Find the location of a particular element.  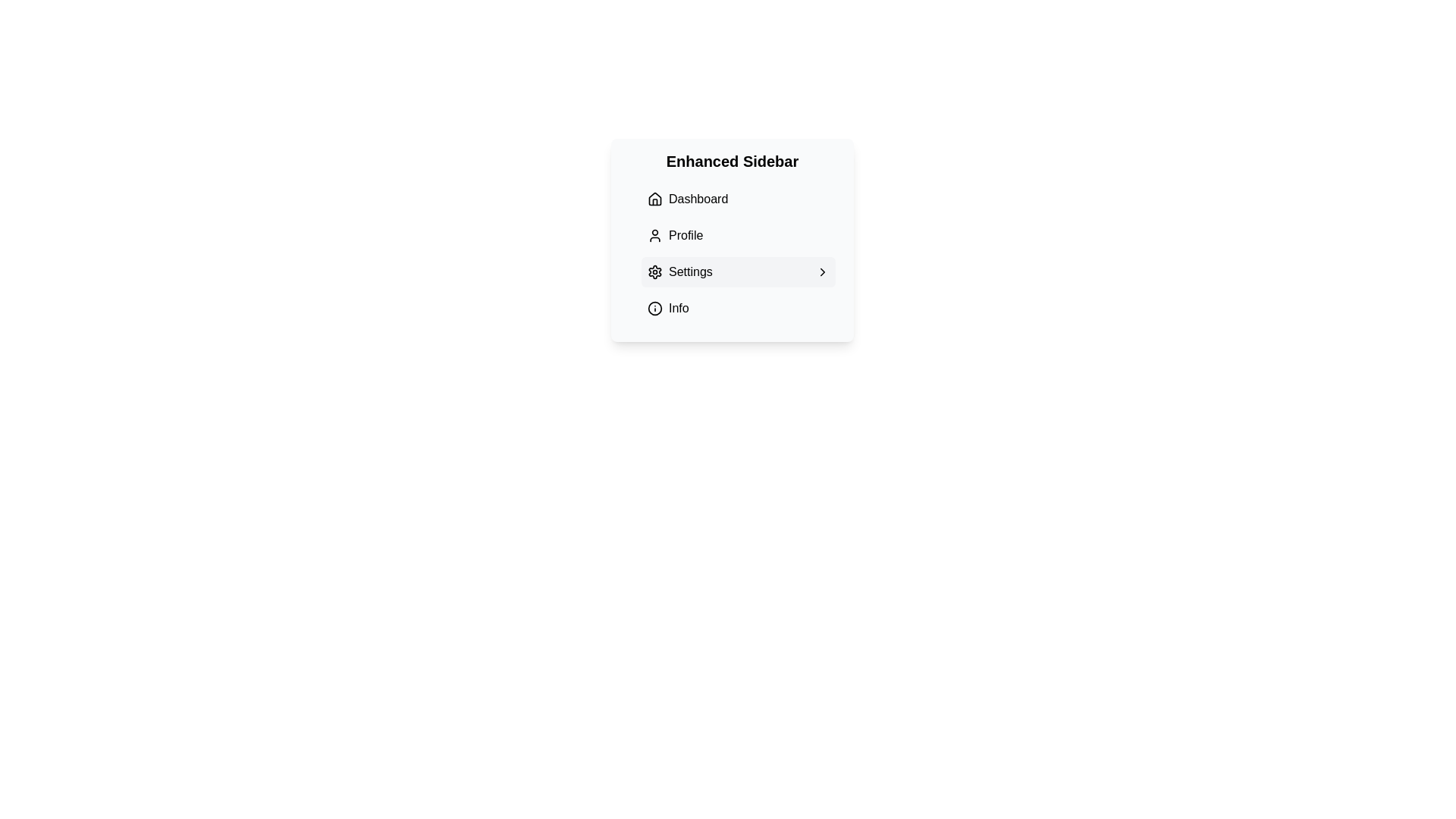

the 'Settings' navigation list item, which is the third option in the vertically arranged menu is located at coordinates (739, 271).